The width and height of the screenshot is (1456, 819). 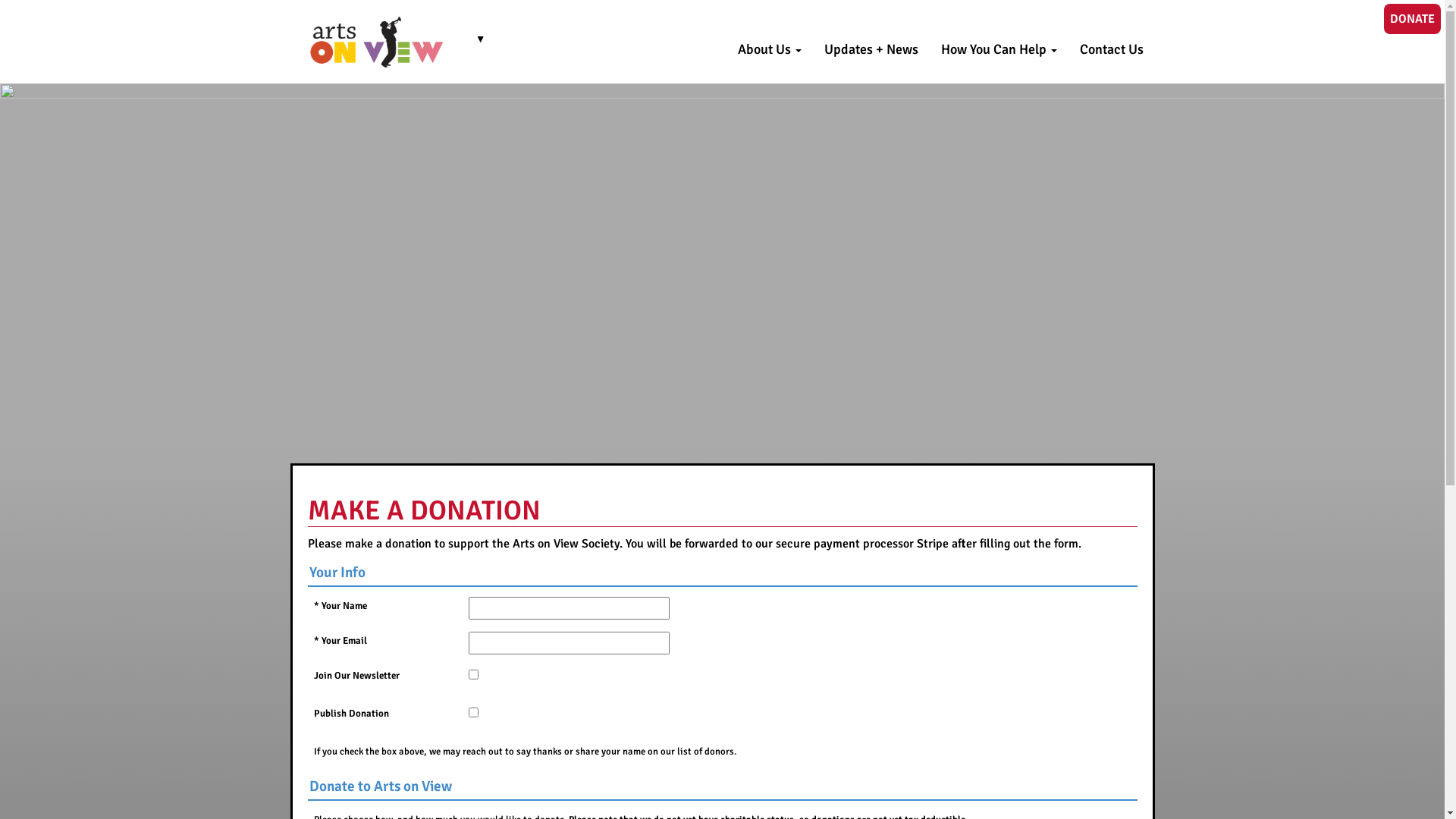 What do you see at coordinates (1066, 49) in the screenshot?
I see `'Contact Us'` at bounding box center [1066, 49].